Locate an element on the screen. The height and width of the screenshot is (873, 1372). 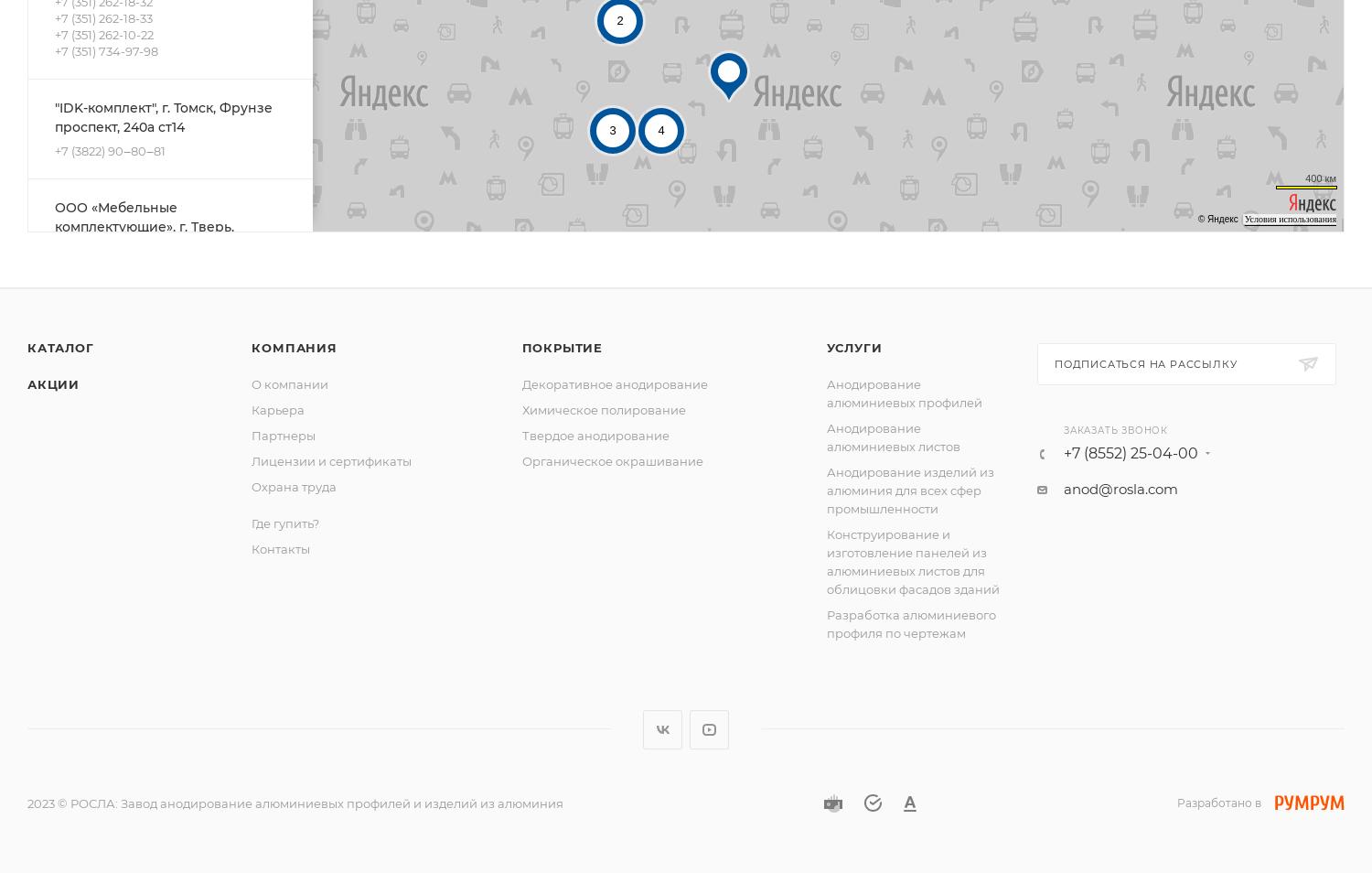
'+7 (351) 262-10-22' is located at coordinates (103, 33).